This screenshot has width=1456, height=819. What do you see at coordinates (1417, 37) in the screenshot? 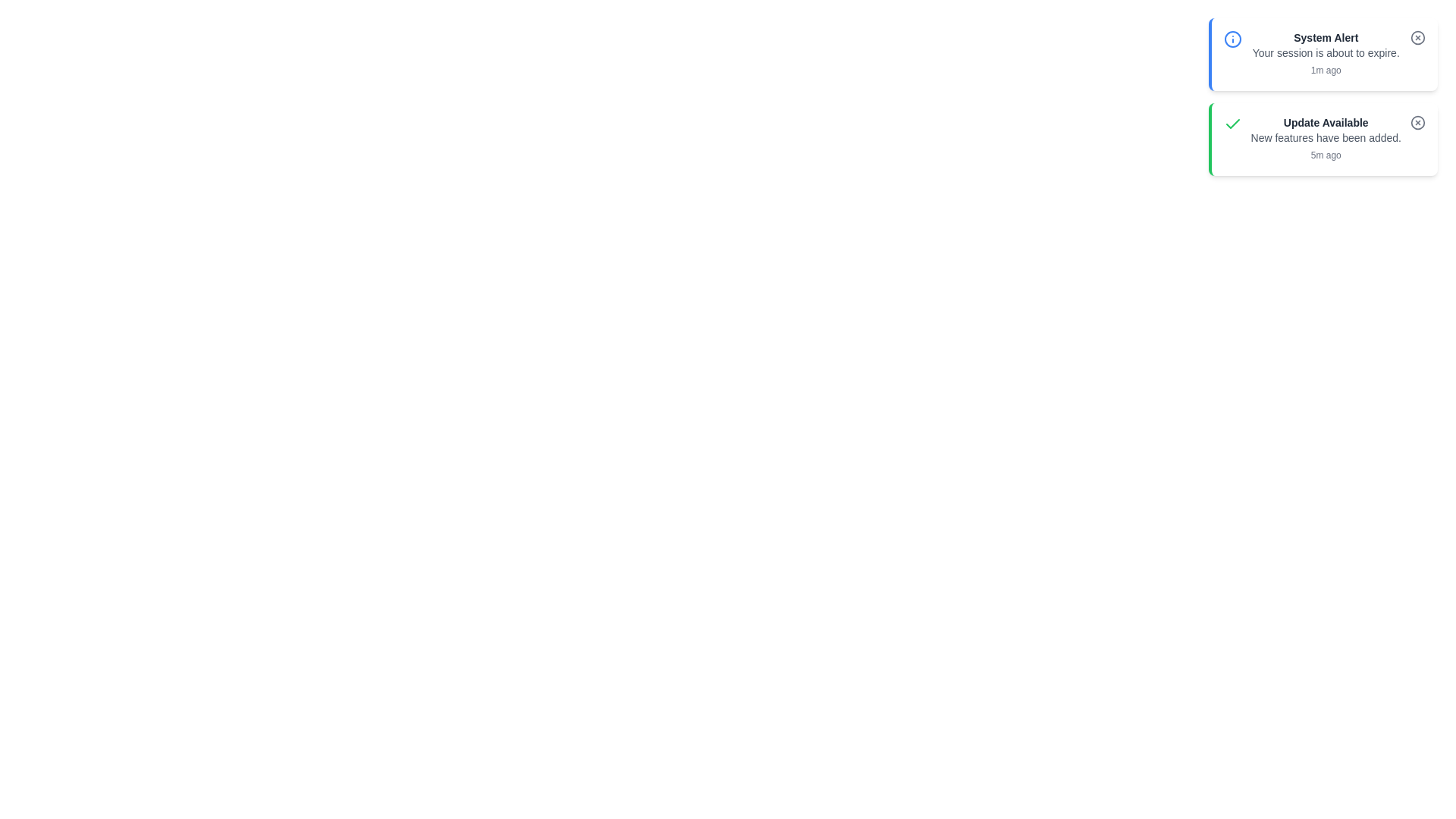
I see `dismiss button for the notification titled 'System Alert'` at bounding box center [1417, 37].